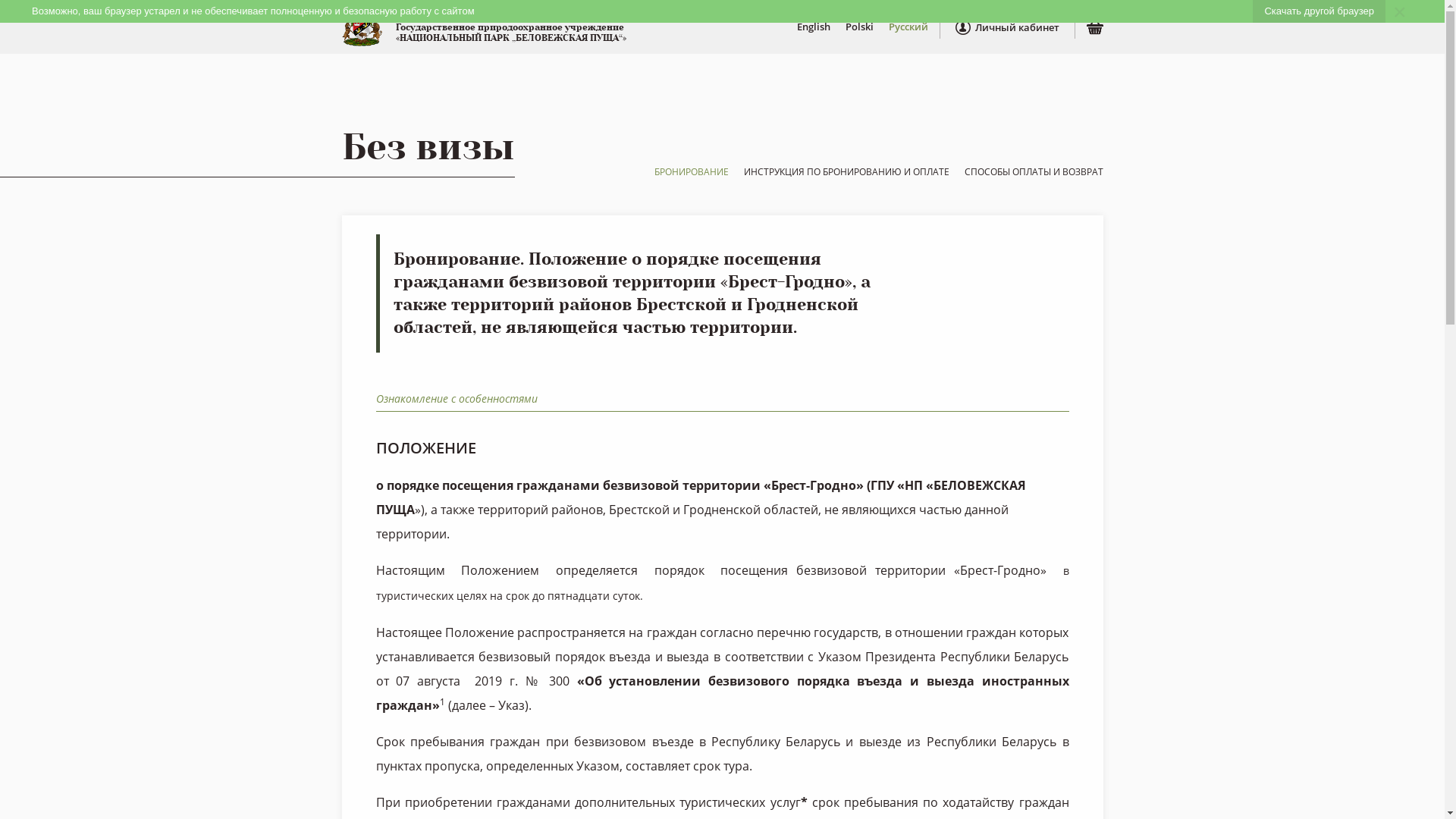 This screenshot has height=819, width=1456. What do you see at coordinates (858, 27) in the screenshot?
I see `'Polski'` at bounding box center [858, 27].